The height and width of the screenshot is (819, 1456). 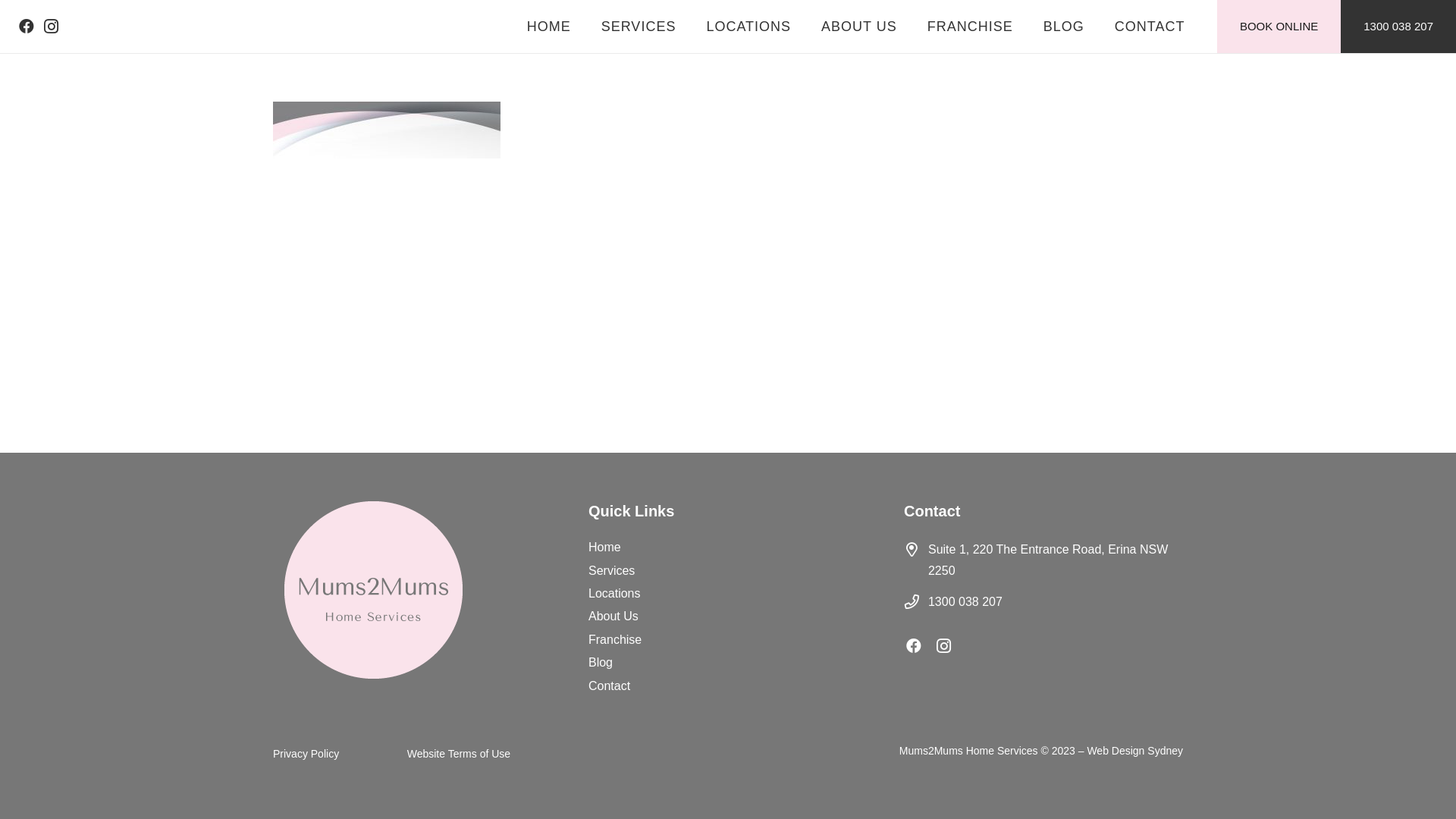 What do you see at coordinates (609, 686) in the screenshot?
I see `'Contact'` at bounding box center [609, 686].